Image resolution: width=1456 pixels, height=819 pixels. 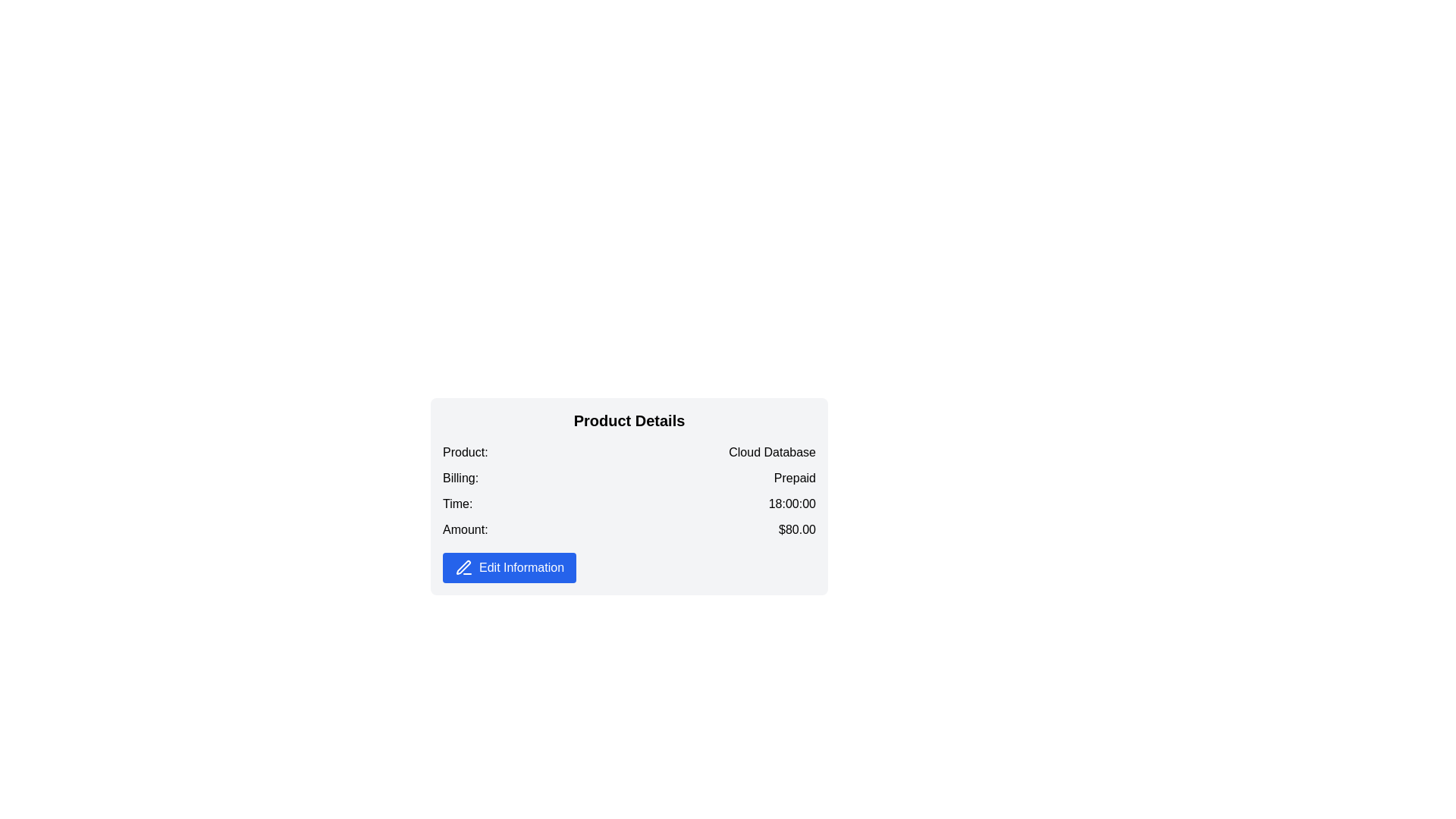 I want to click on the text display showing the amount '$80.00', which is located on the right side of the row labeled 'Amount:', so click(x=796, y=529).